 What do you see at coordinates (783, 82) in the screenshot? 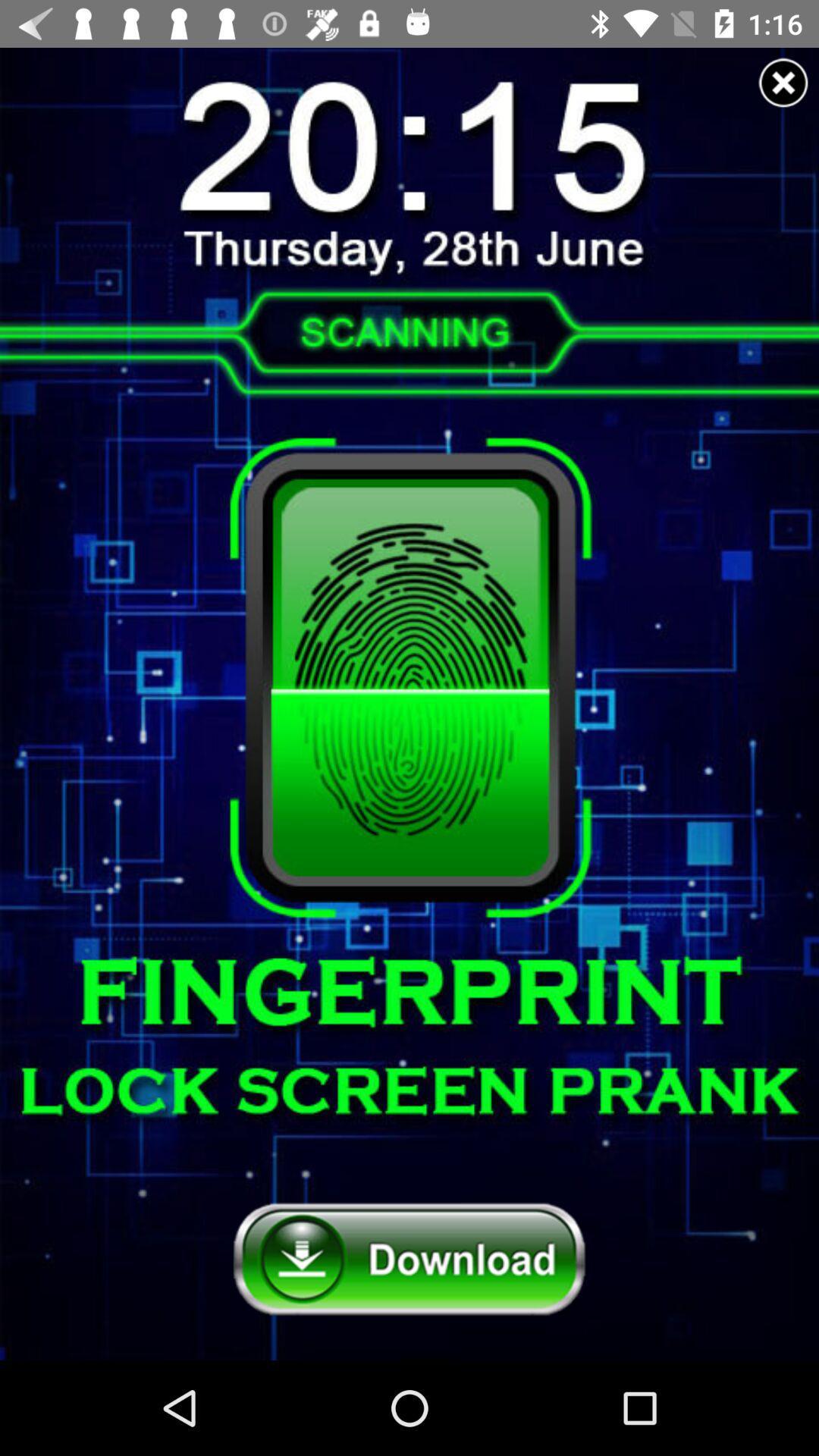
I see `close` at bounding box center [783, 82].